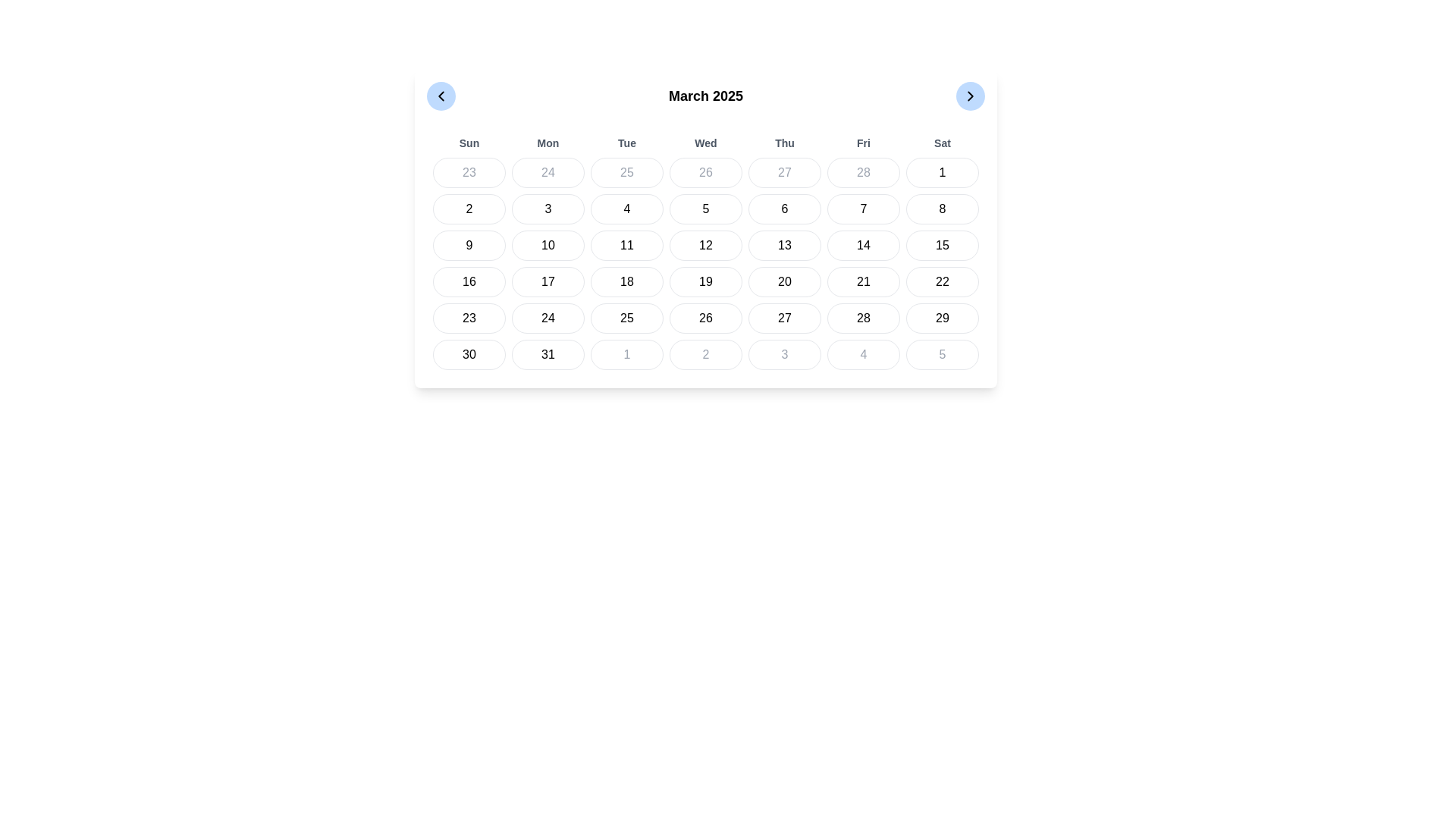 The width and height of the screenshot is (1456, 819). What do you see at coordinates (942, 281) in the screenshot?
I see `the button representing the 22nd day of the month, which is the last button in a horizontal group of buttons numbered 16 to 22` at bounding box center [942, 281].